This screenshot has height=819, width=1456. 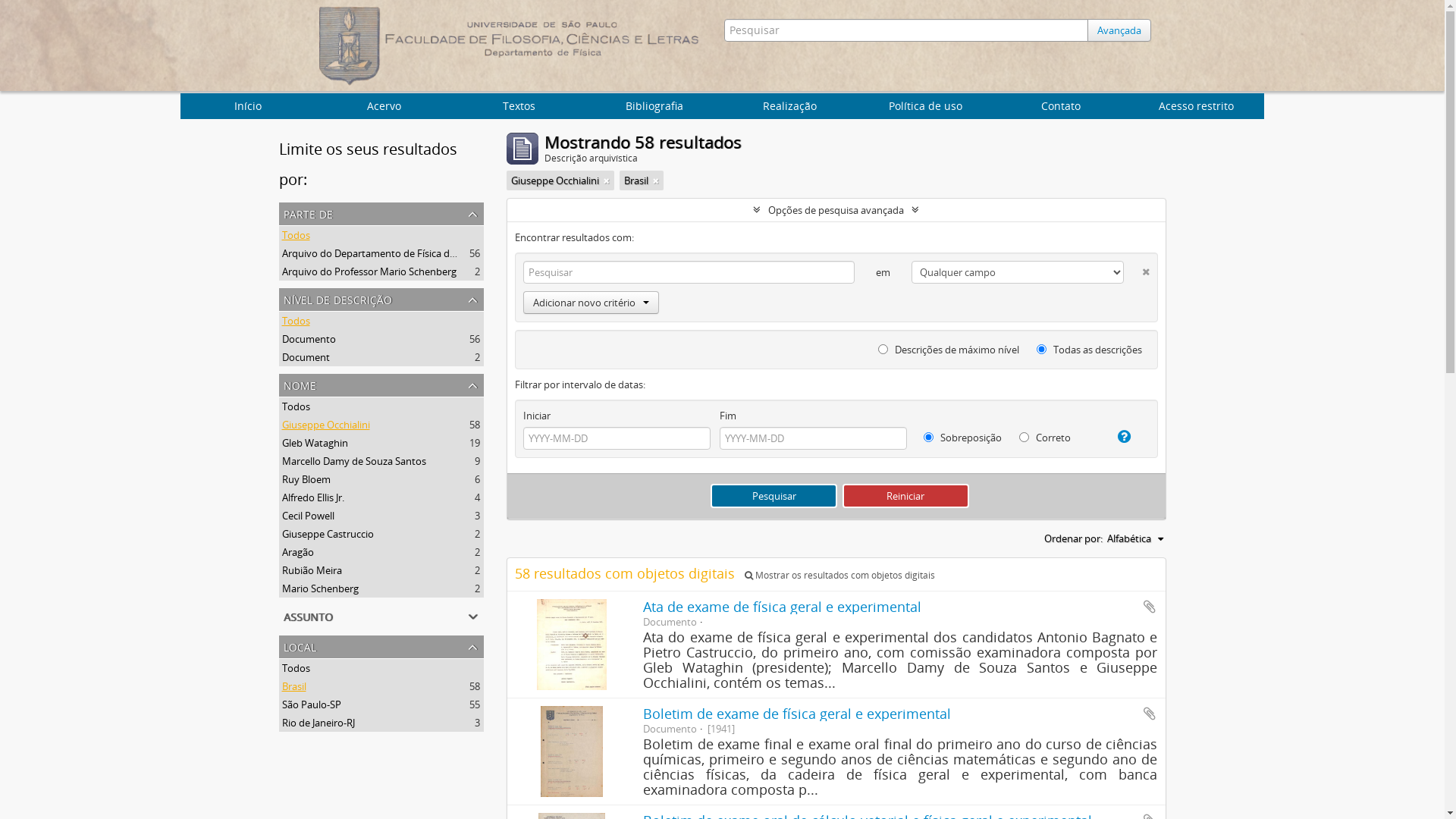 What do you see at coordinates (282, 338) in the screenshot?
I see `'Documento'` at bounding box center [282, 338].